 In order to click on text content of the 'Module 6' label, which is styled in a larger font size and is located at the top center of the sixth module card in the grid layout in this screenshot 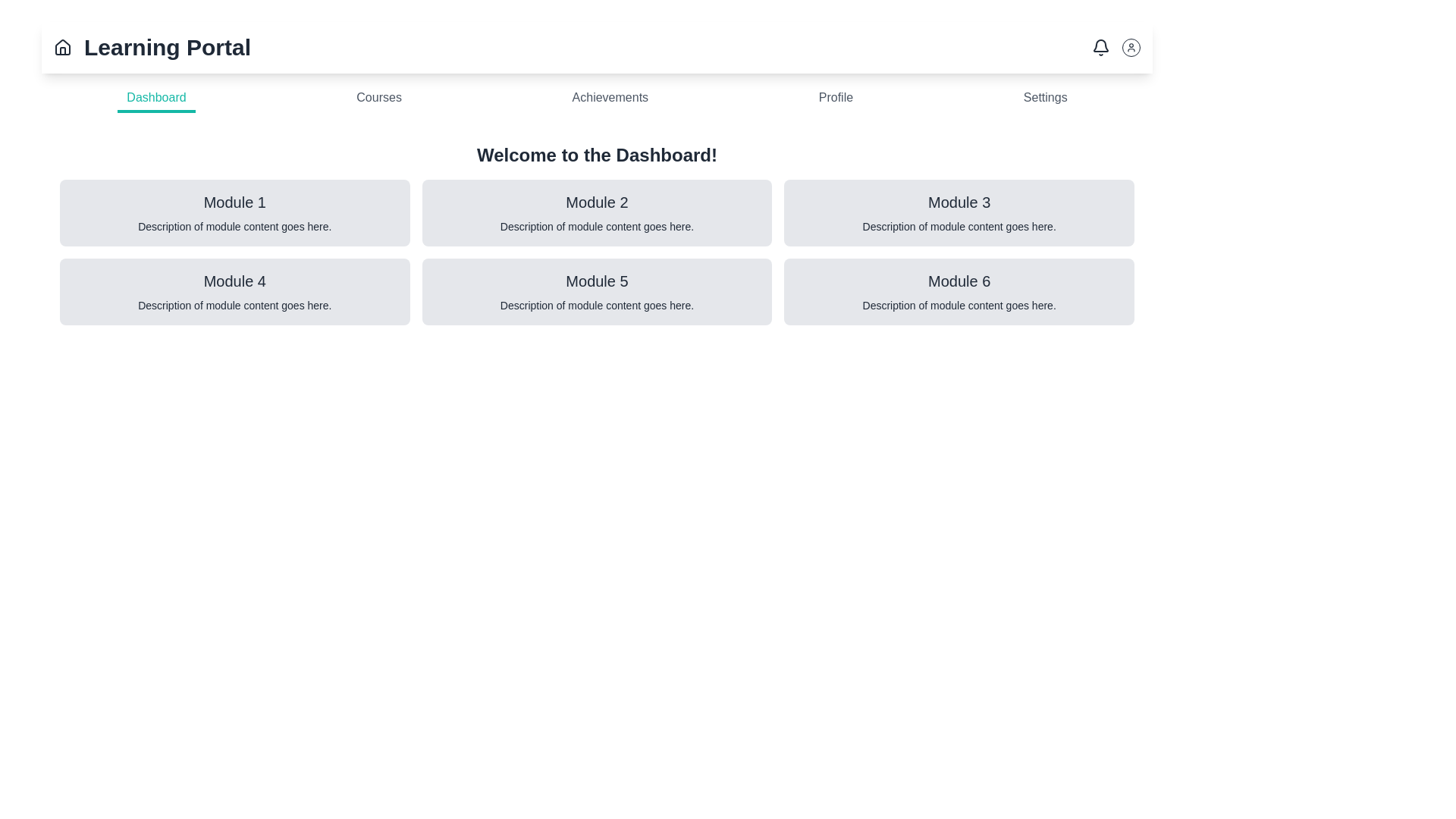, I will do `click(959, 281)`.